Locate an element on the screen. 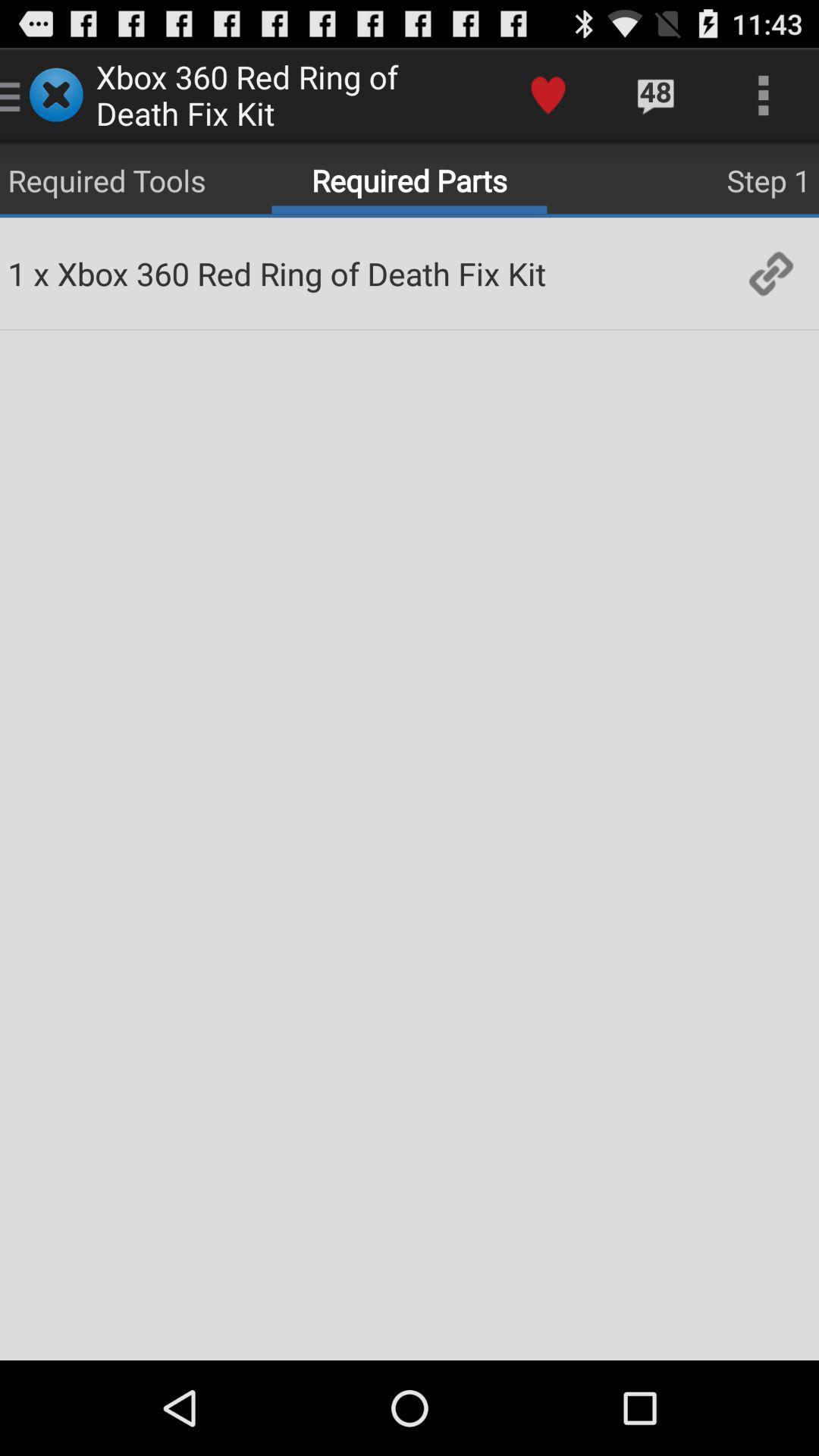 This screenshot has height=1456, width=819. the x app is located at coordinates (40, 273).